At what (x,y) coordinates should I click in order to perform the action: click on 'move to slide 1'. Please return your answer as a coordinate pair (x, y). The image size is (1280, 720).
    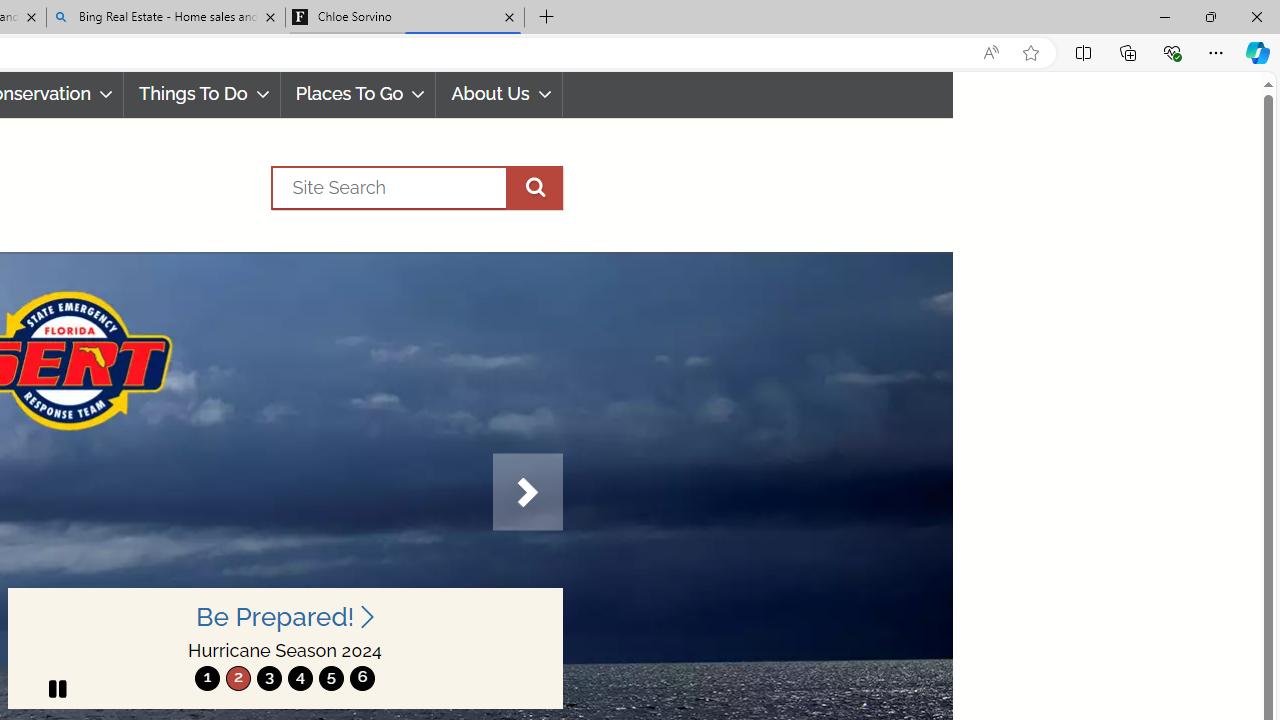
    Looking at the image, I should click on (207, 677).